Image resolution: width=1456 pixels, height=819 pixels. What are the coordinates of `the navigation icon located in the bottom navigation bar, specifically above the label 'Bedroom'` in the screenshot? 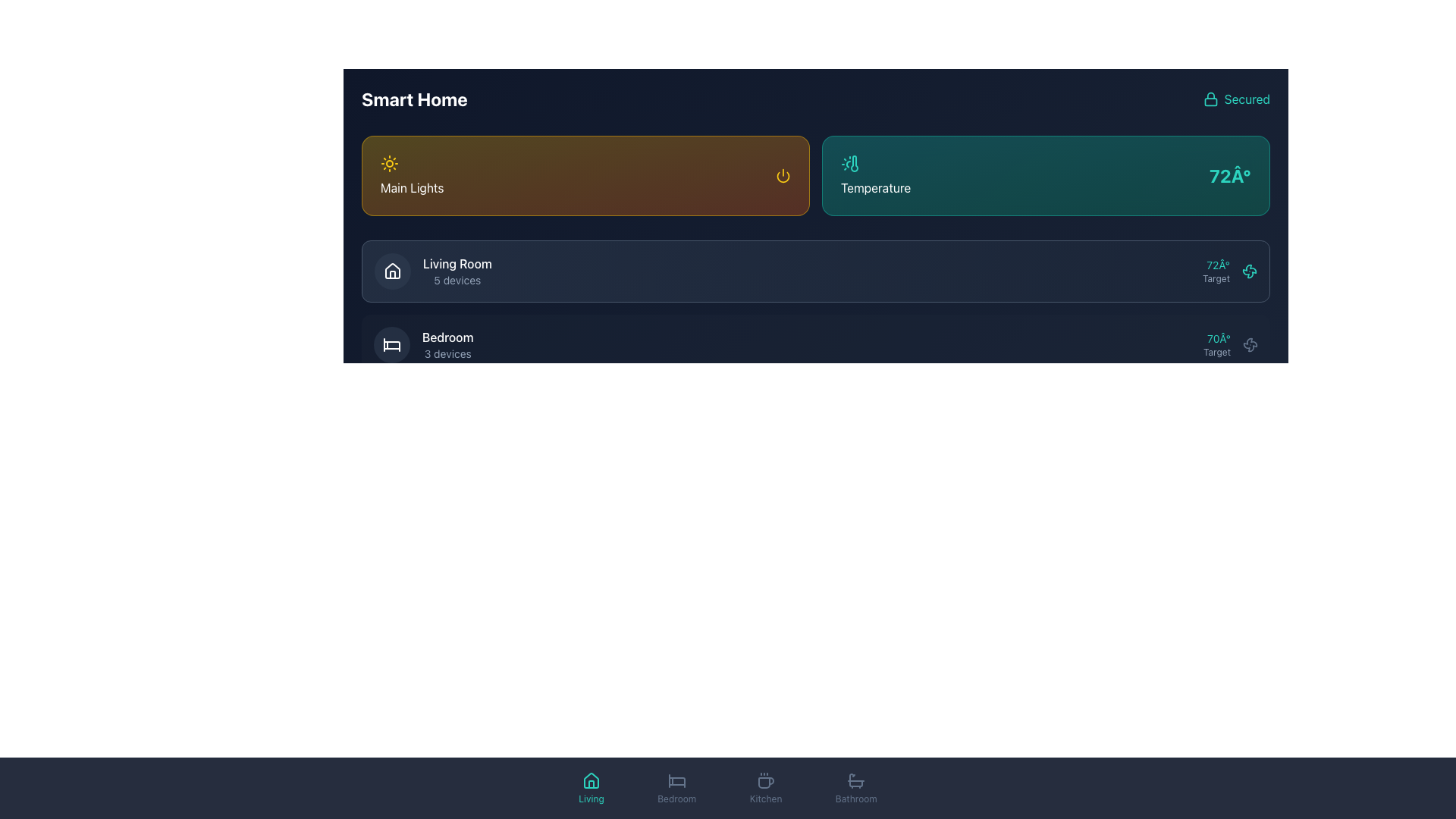 It's located at (676, 780).